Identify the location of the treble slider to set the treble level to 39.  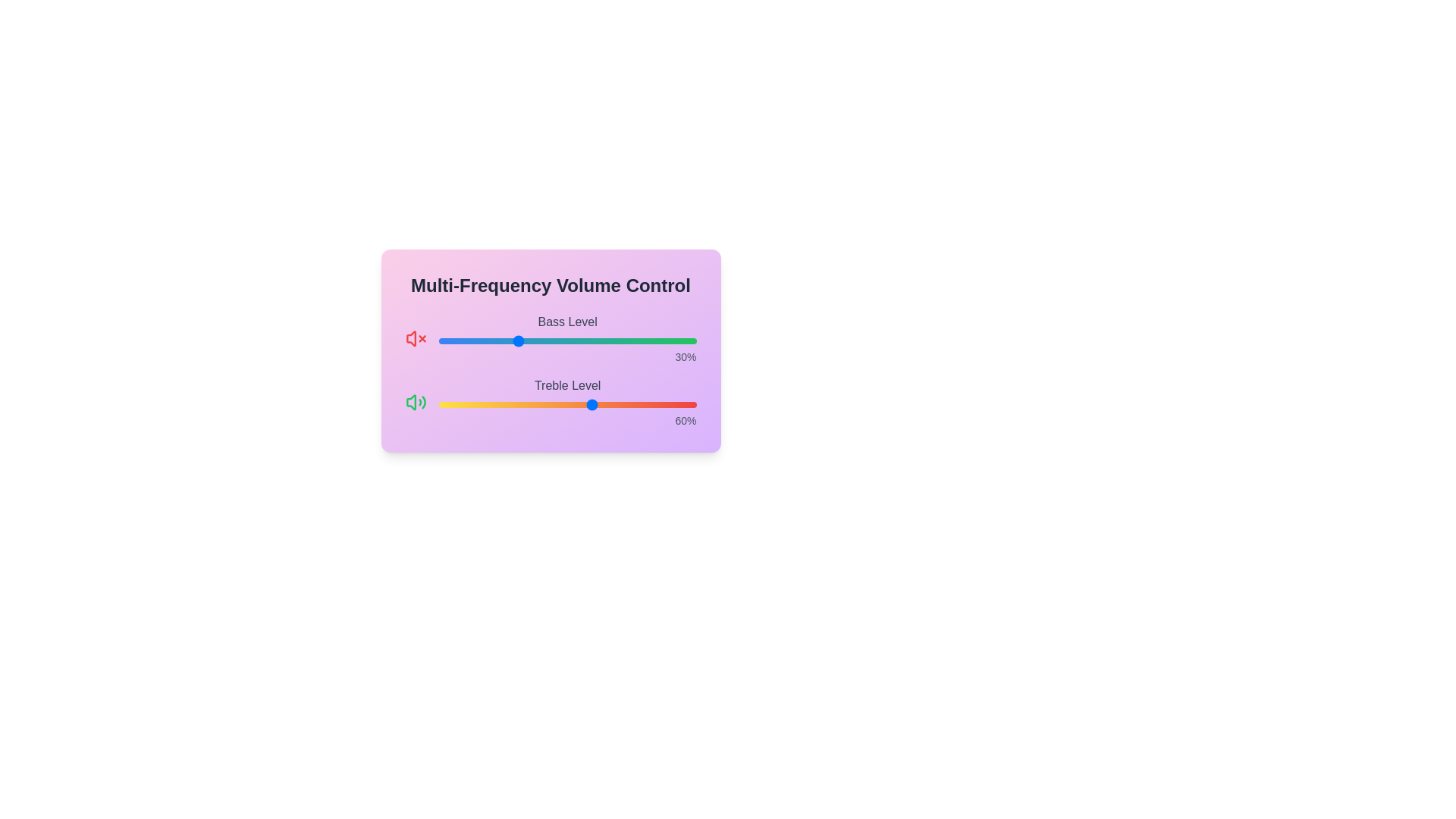
(539, 403).